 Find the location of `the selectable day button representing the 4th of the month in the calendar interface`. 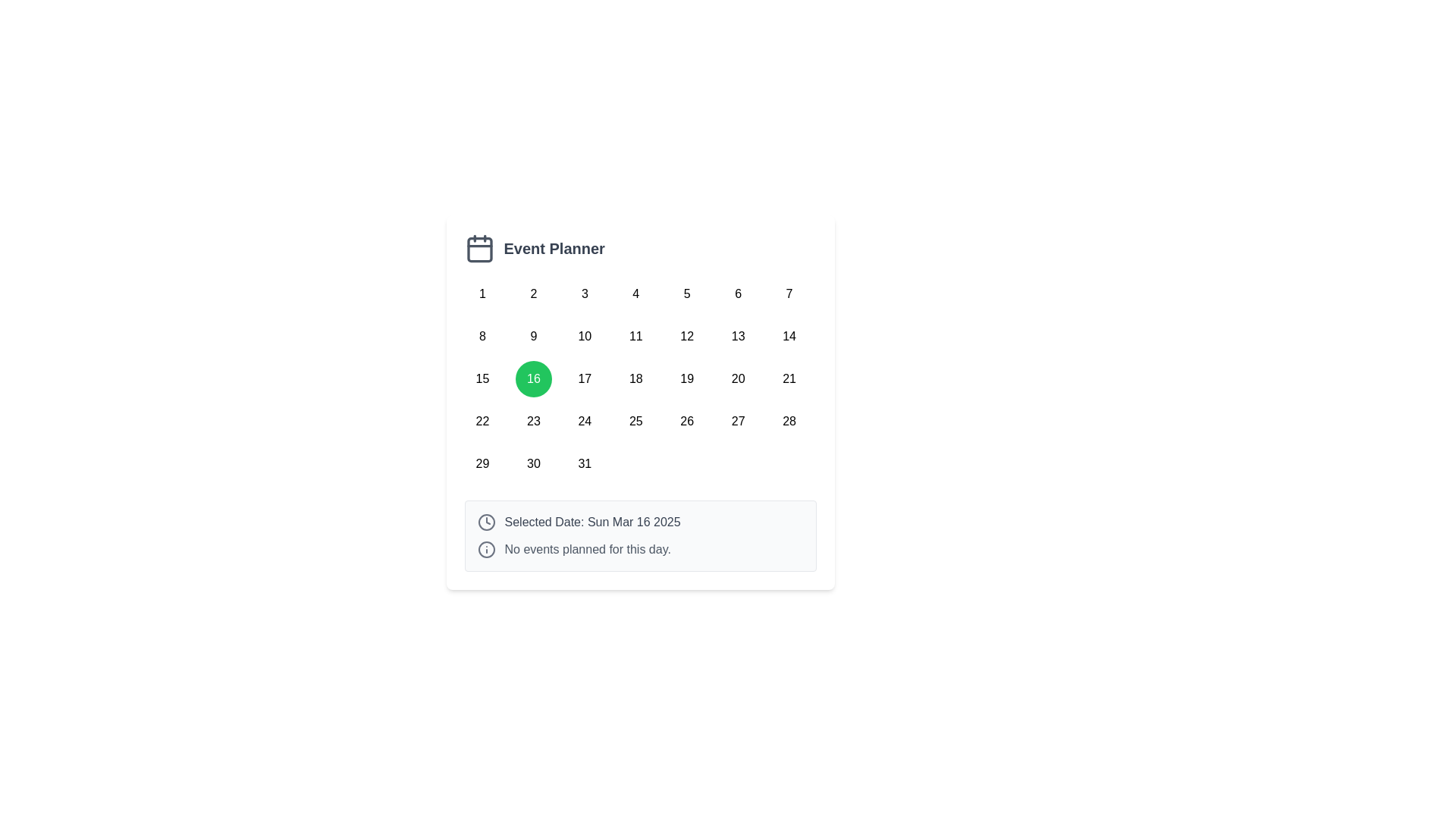

the selectable day button representing the 4th of the month in the calendar interface is located at coordinates (635, 294).